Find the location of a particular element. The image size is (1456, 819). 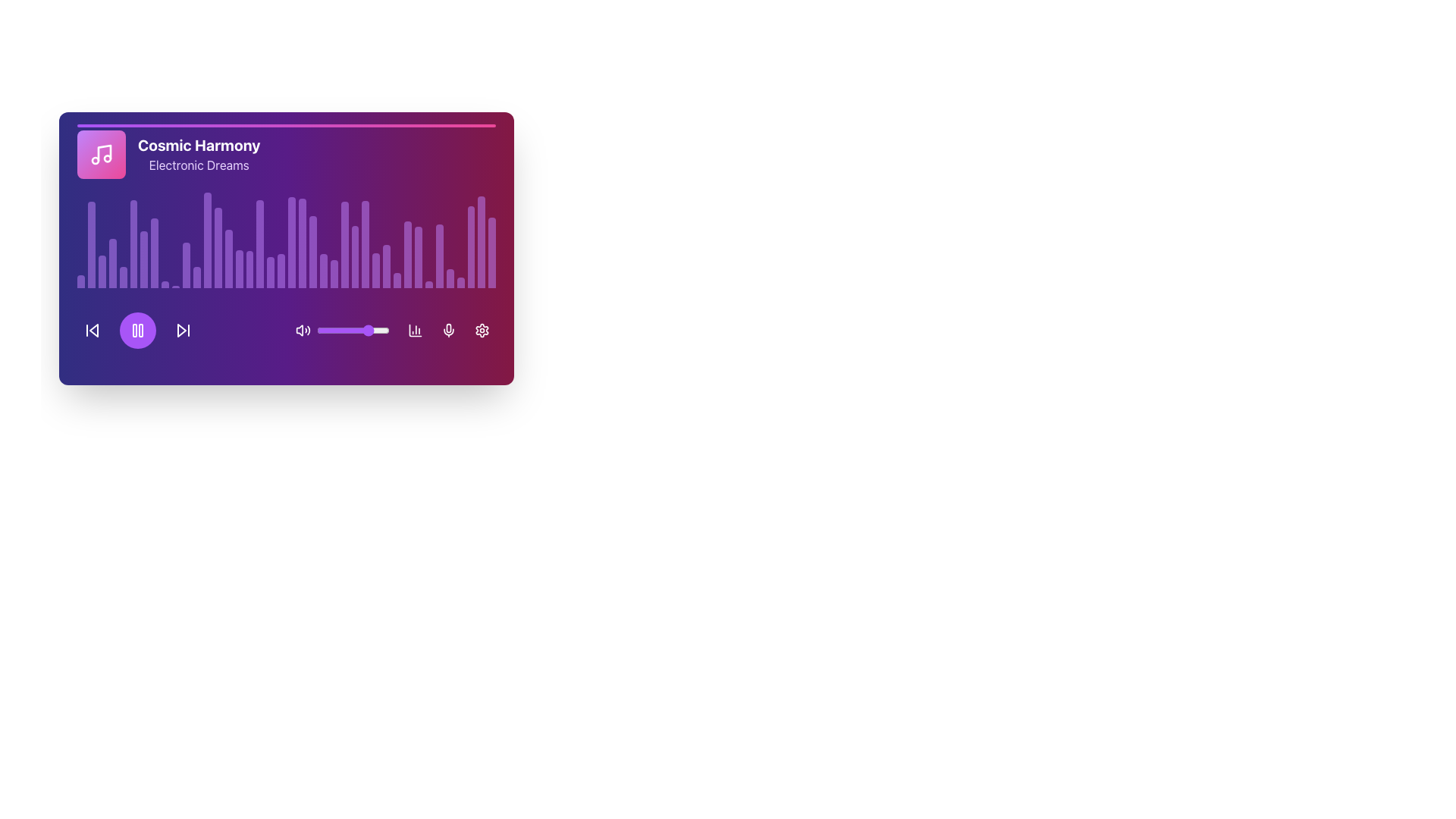

the left vertical bar of the pause icon, which is styled with a rounded corner radius and is located near the bottom left of the panel interface is located at coordinates (134, 329).